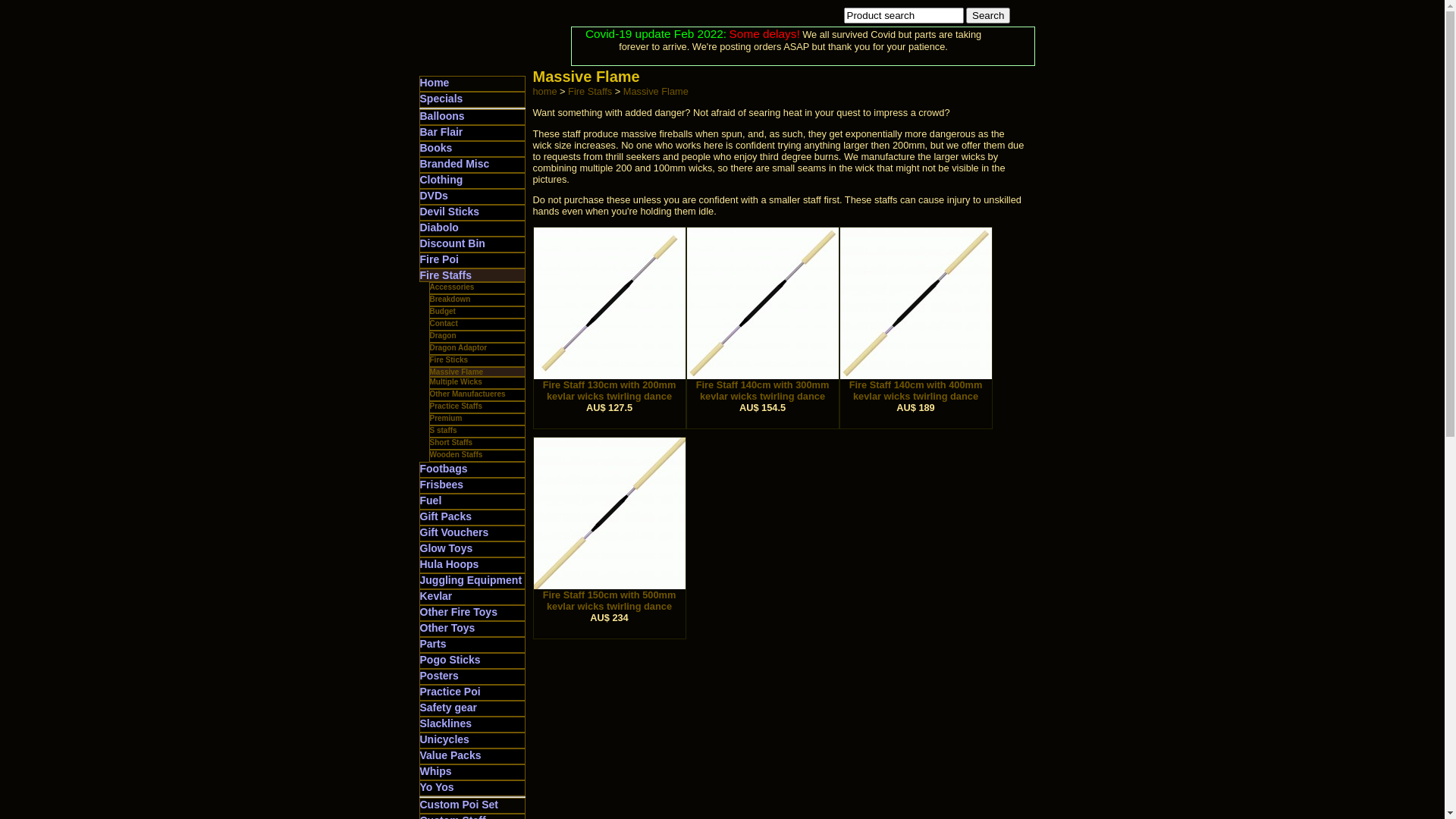  I want to click on 'Fire Staff 140cm with 300mm kevlar wicks twirling dance', so click(763, 385).